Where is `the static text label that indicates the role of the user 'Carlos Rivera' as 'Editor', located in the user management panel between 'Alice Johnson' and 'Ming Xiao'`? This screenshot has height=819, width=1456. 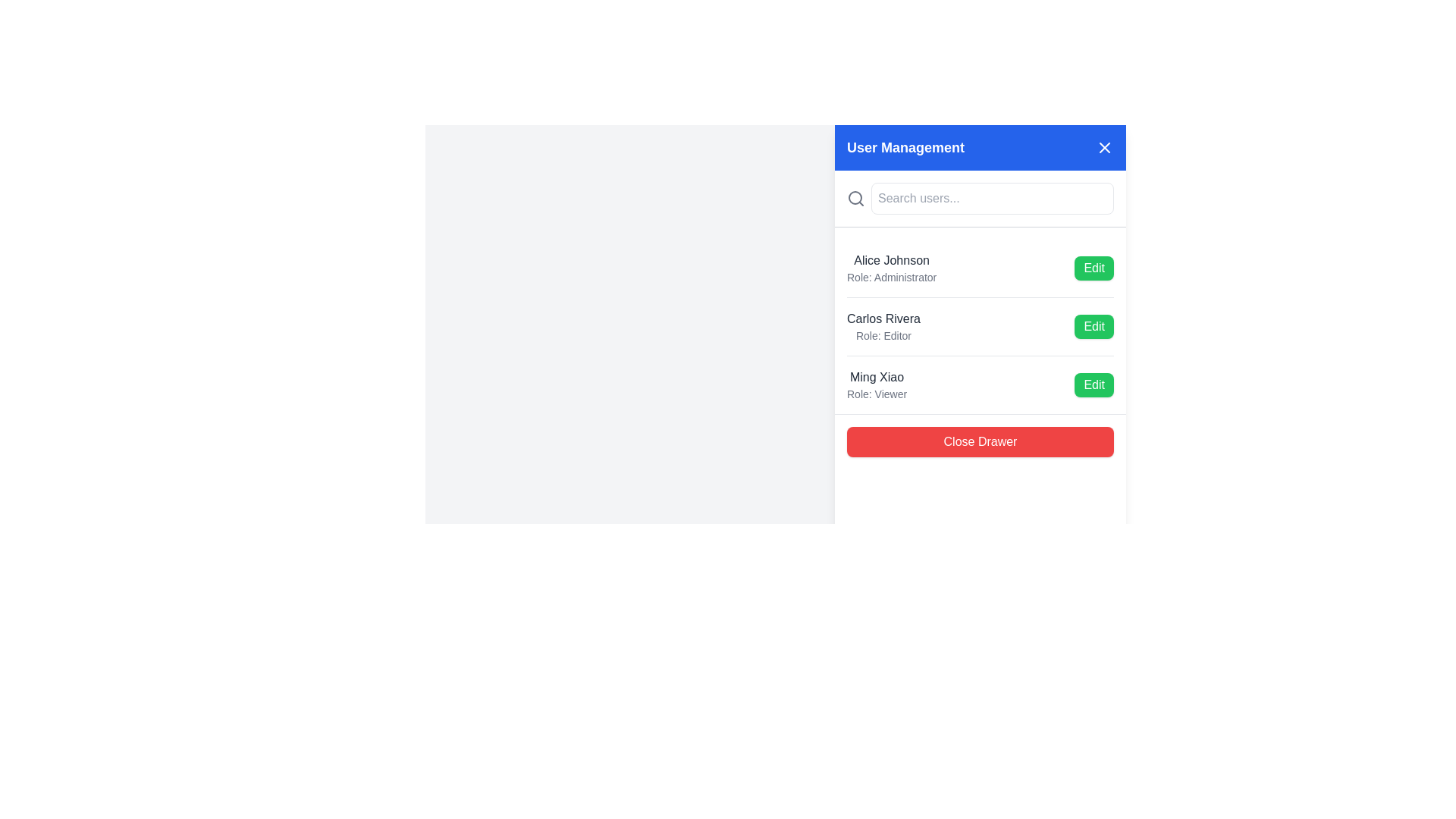
the static text label that indicates the role of the user 'Carlos Rivera' as 'Editor', located in the user management panel between 'Alice Johnson' and 'Ming Xiao' is located at coordinates (883, 335).